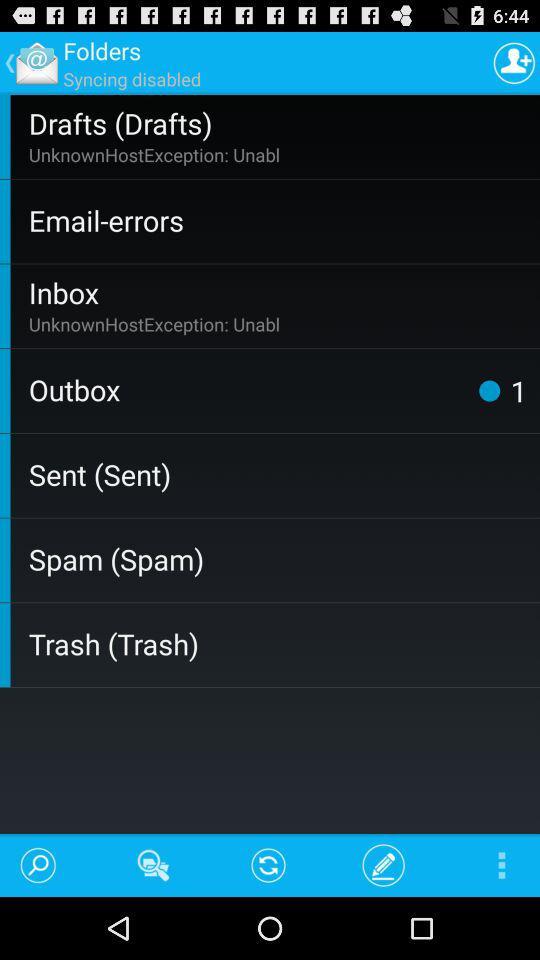 The image size is (540, 960). I want to click on the 1 item, so click(518, 389).